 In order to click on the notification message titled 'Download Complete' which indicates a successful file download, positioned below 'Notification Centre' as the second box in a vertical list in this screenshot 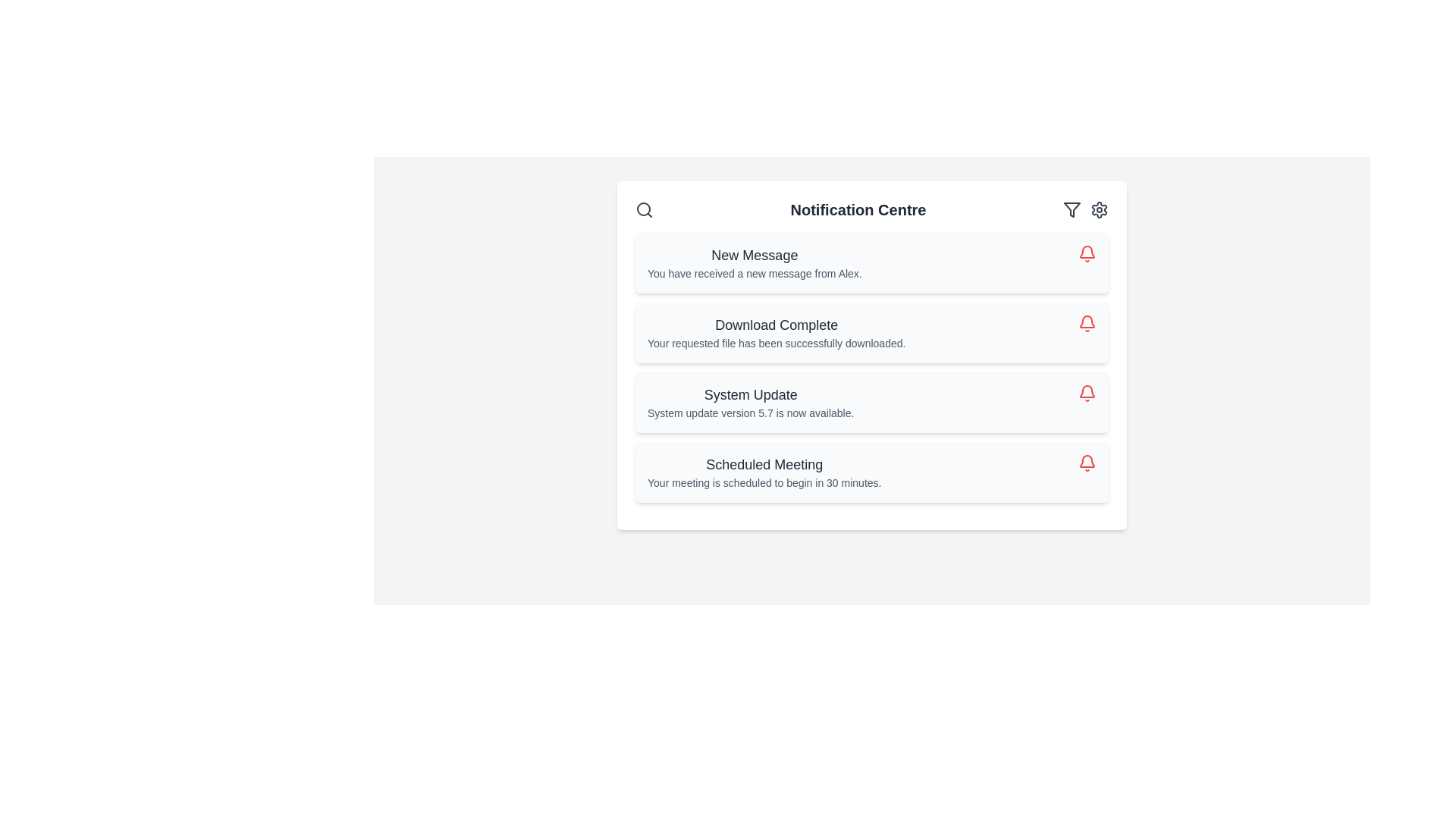, I will do `click(872, 356)`.